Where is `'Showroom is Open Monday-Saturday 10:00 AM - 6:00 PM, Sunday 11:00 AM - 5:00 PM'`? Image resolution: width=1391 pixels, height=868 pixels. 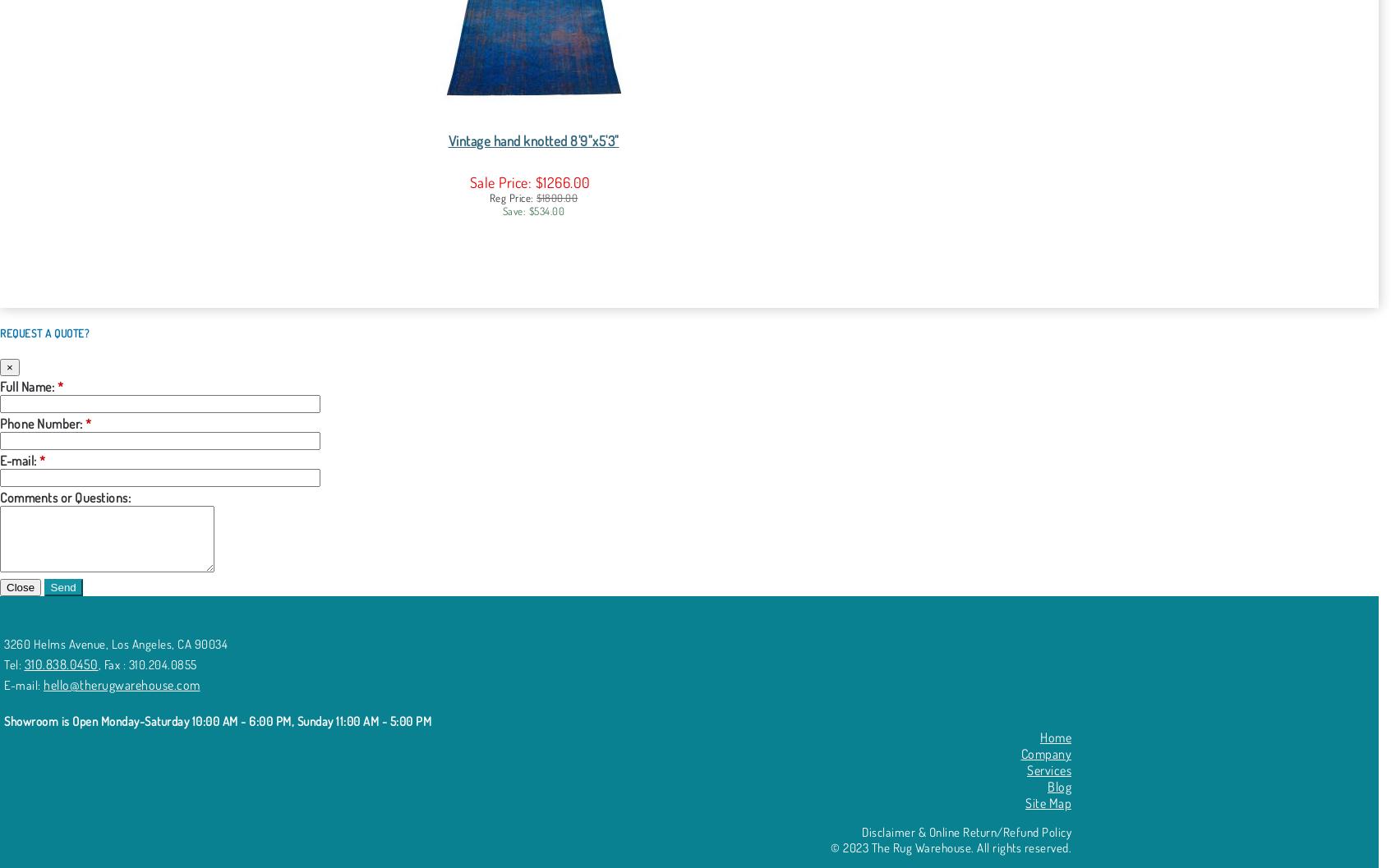 'Showroom is Open Monday-Saturday 10:00 AM - 6:00 PM, Sunday 11:00 AM - 5:00 PM' is located at coordinates (216, 720).